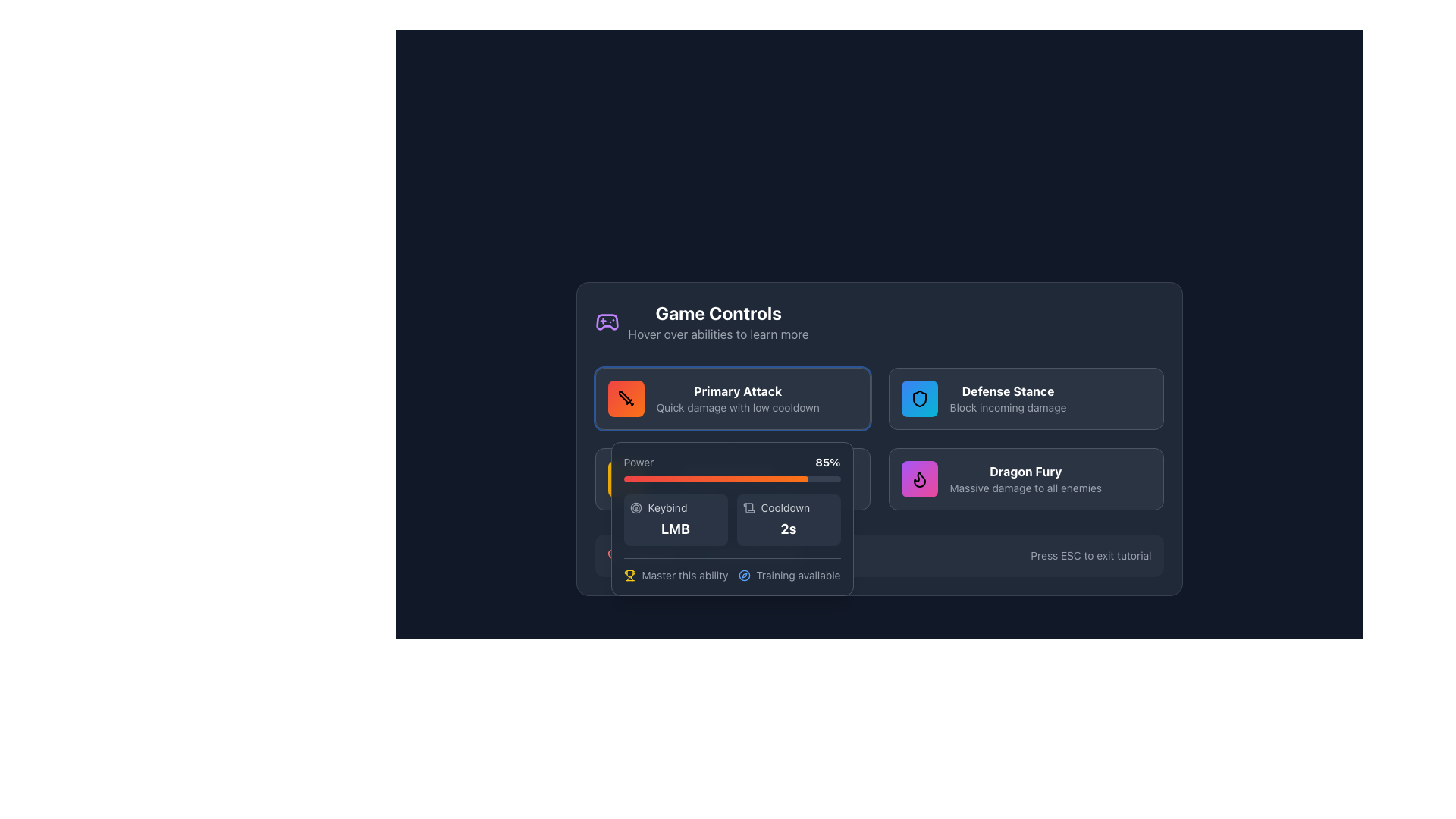 The height and width of the screenshot is (819, 1456). Describe the element at coordinates (717, 333) in the screenshot. I see `the informational text that reads 'Hover over abilities to learn more', which is styled in light gray and located below the 'Game Controls' header` at that location.